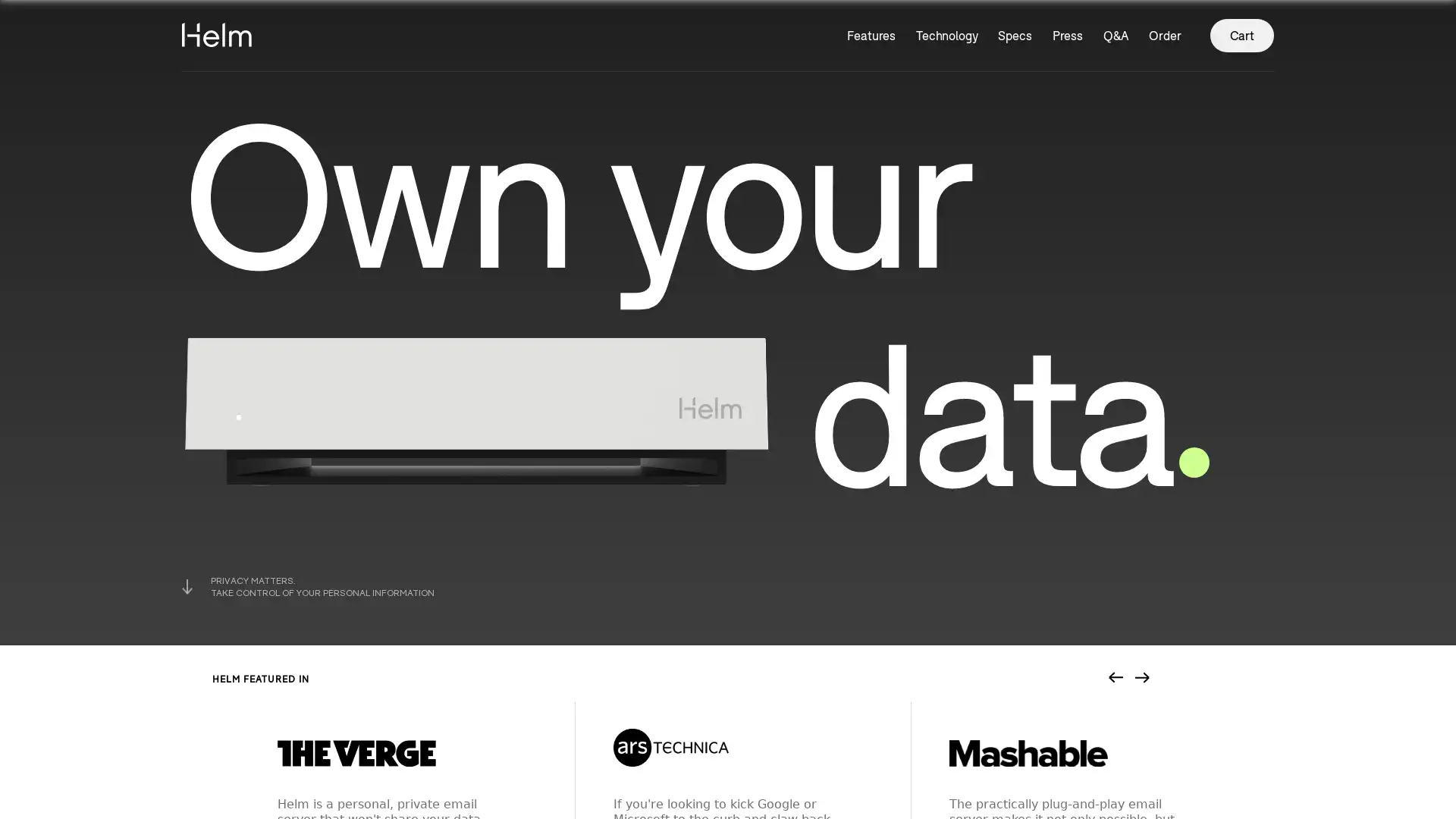 Image resolution: width=1456 pixels, height=819 pixels. I want to click on Cart, so click(1241, 34).